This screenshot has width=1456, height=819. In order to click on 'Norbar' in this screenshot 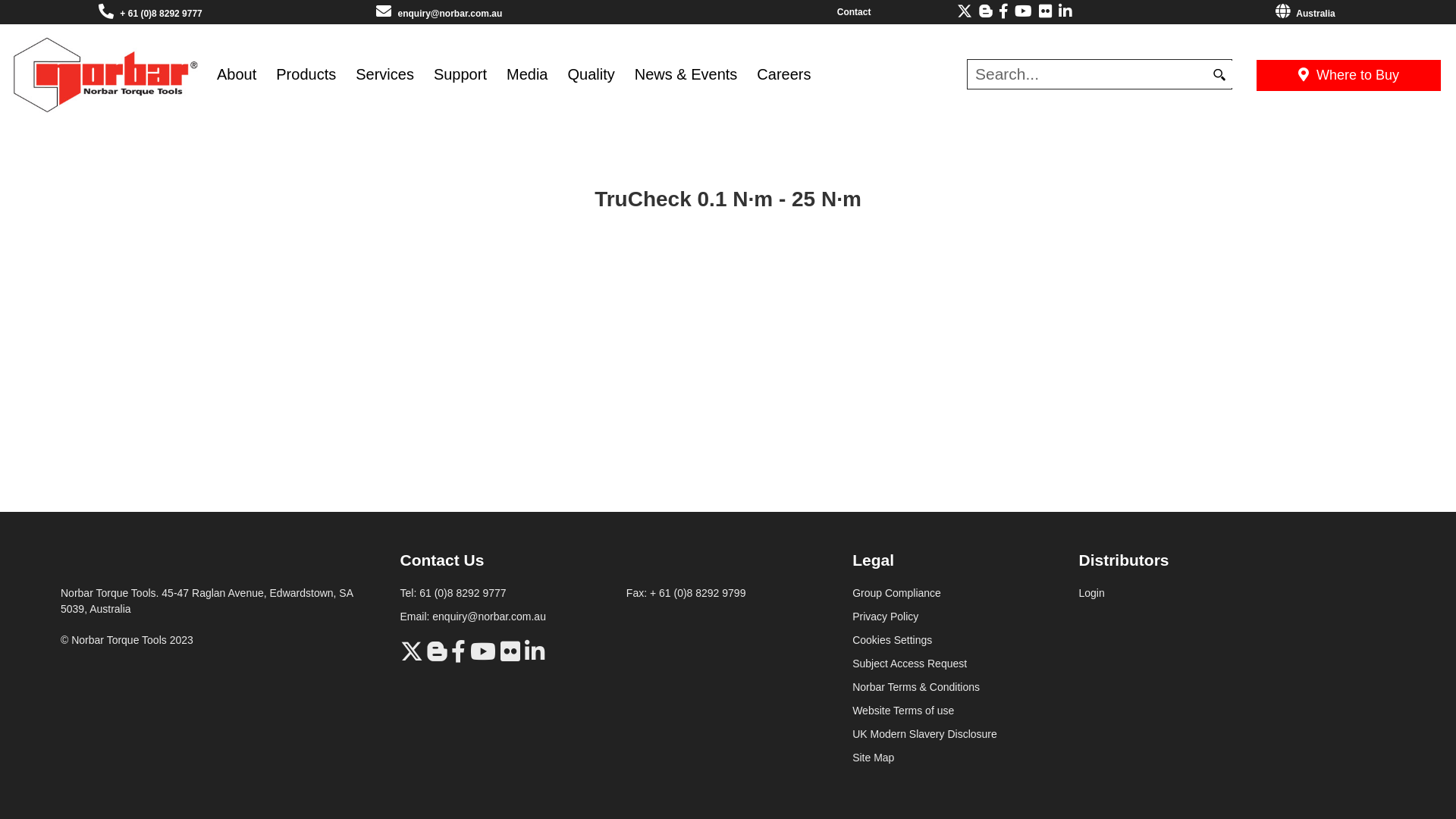, I will do `click(11, 73)`.